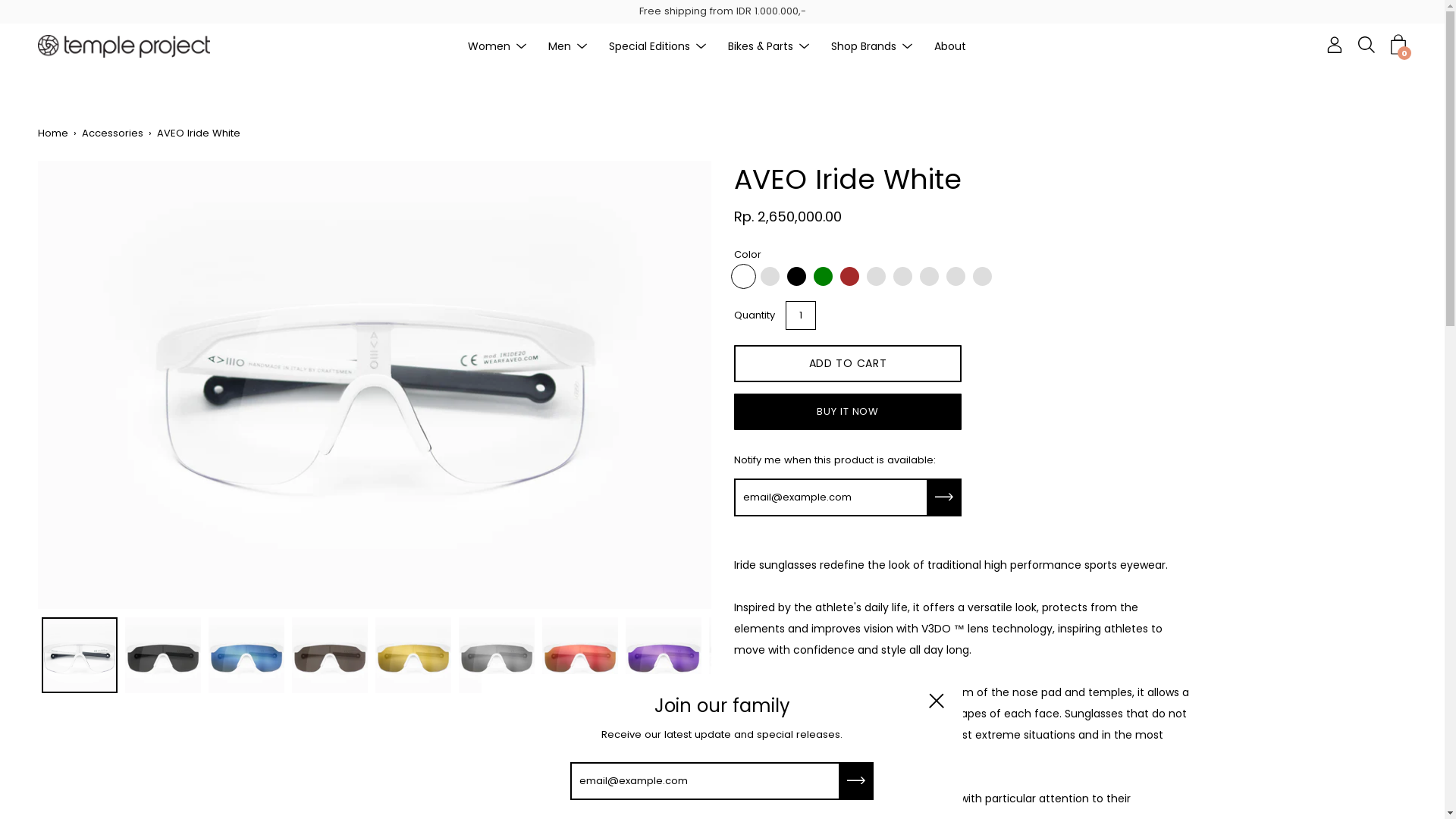  I want to click on 'About', so click(949, 45).